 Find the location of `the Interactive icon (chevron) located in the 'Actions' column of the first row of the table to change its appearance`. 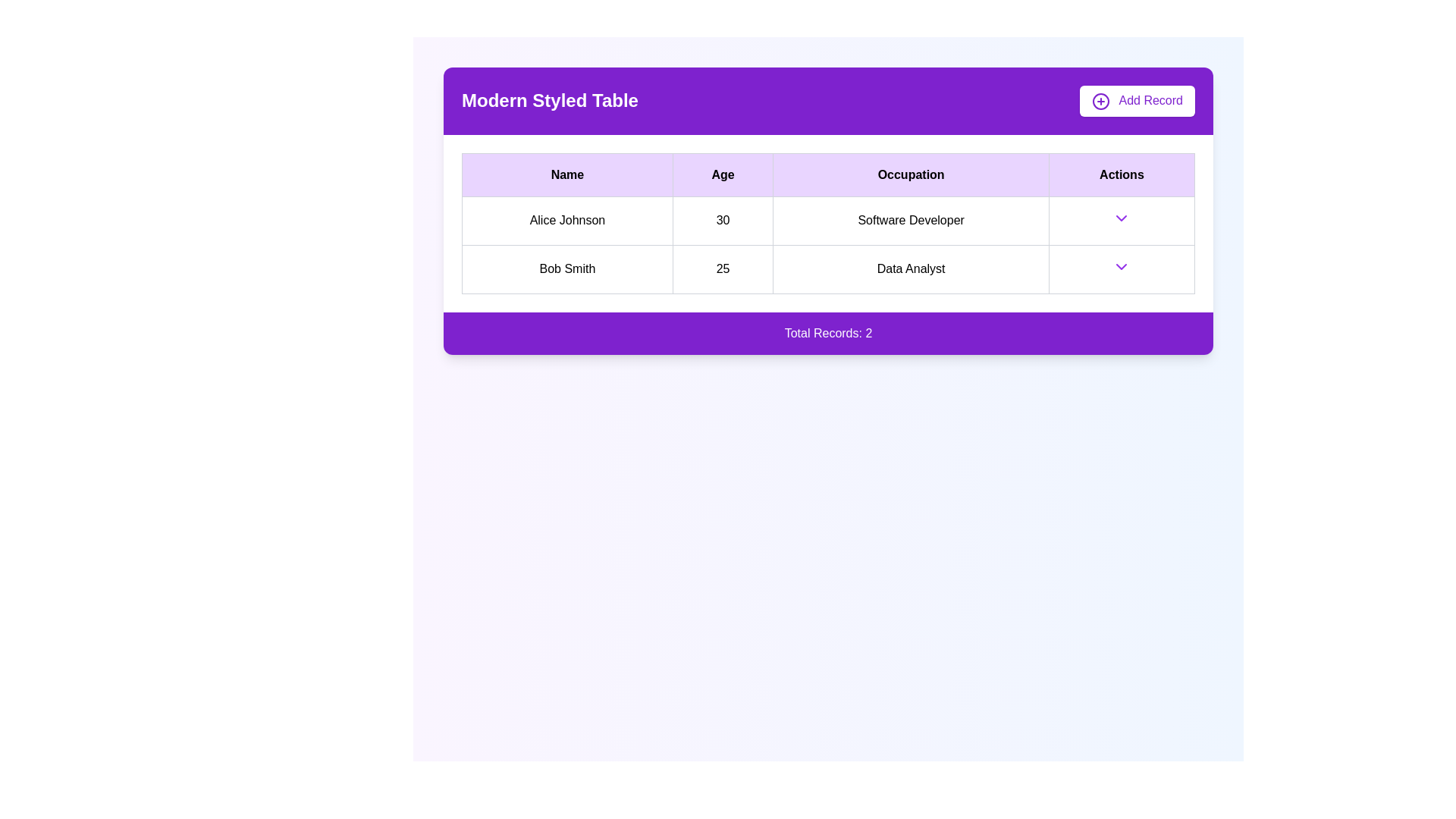

the Interactive icon (chevron) located in the 'Actions' column of the first row of the table to change its appearance is located at coordinates (1122, 218).